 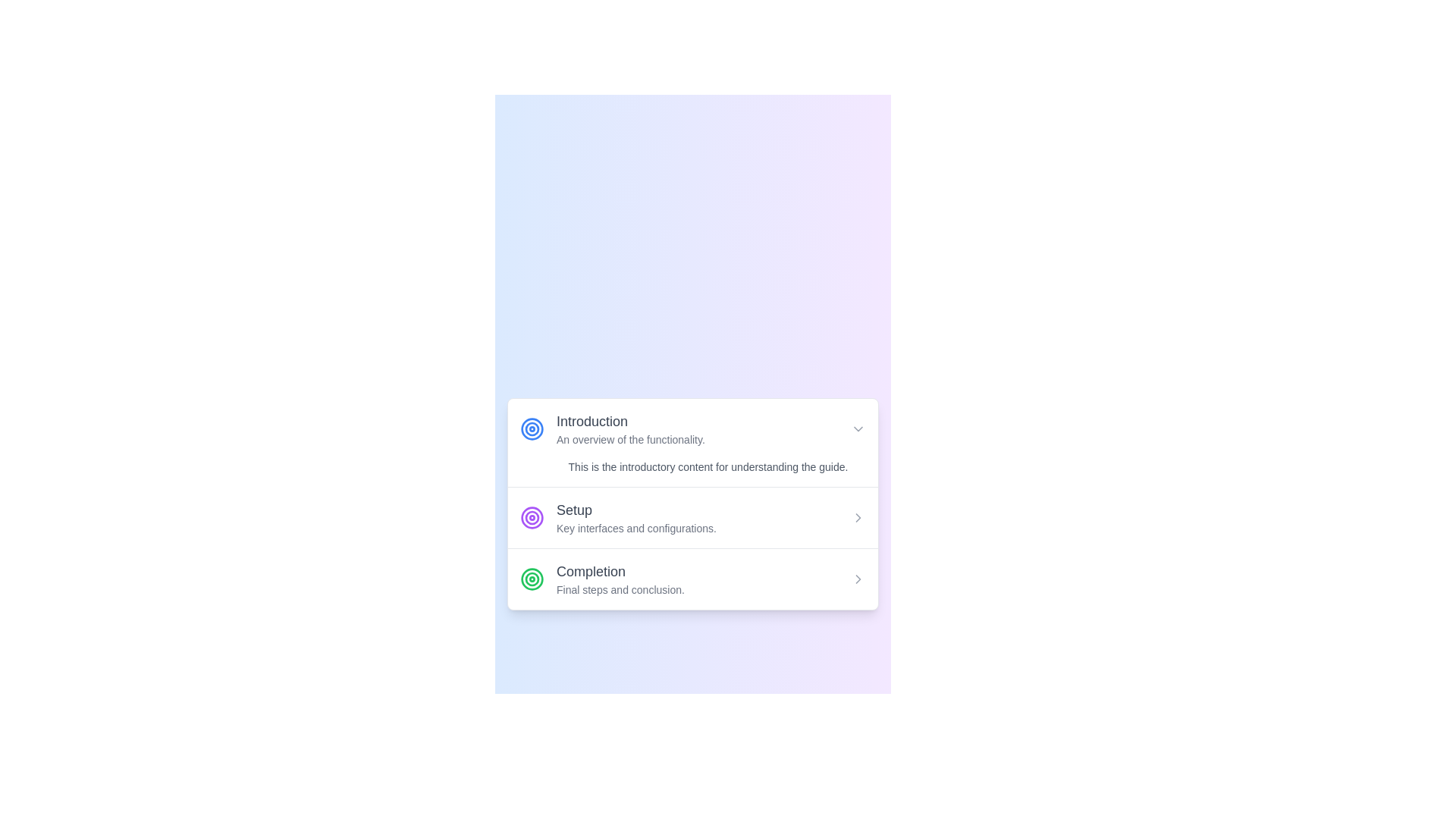 I want to click on the informational text content located below the 'Introduction' section header and above the 'Setup' section in the card, which provides descriptive guidance related to the 'Introduction' section, so click(x=708, y=466).